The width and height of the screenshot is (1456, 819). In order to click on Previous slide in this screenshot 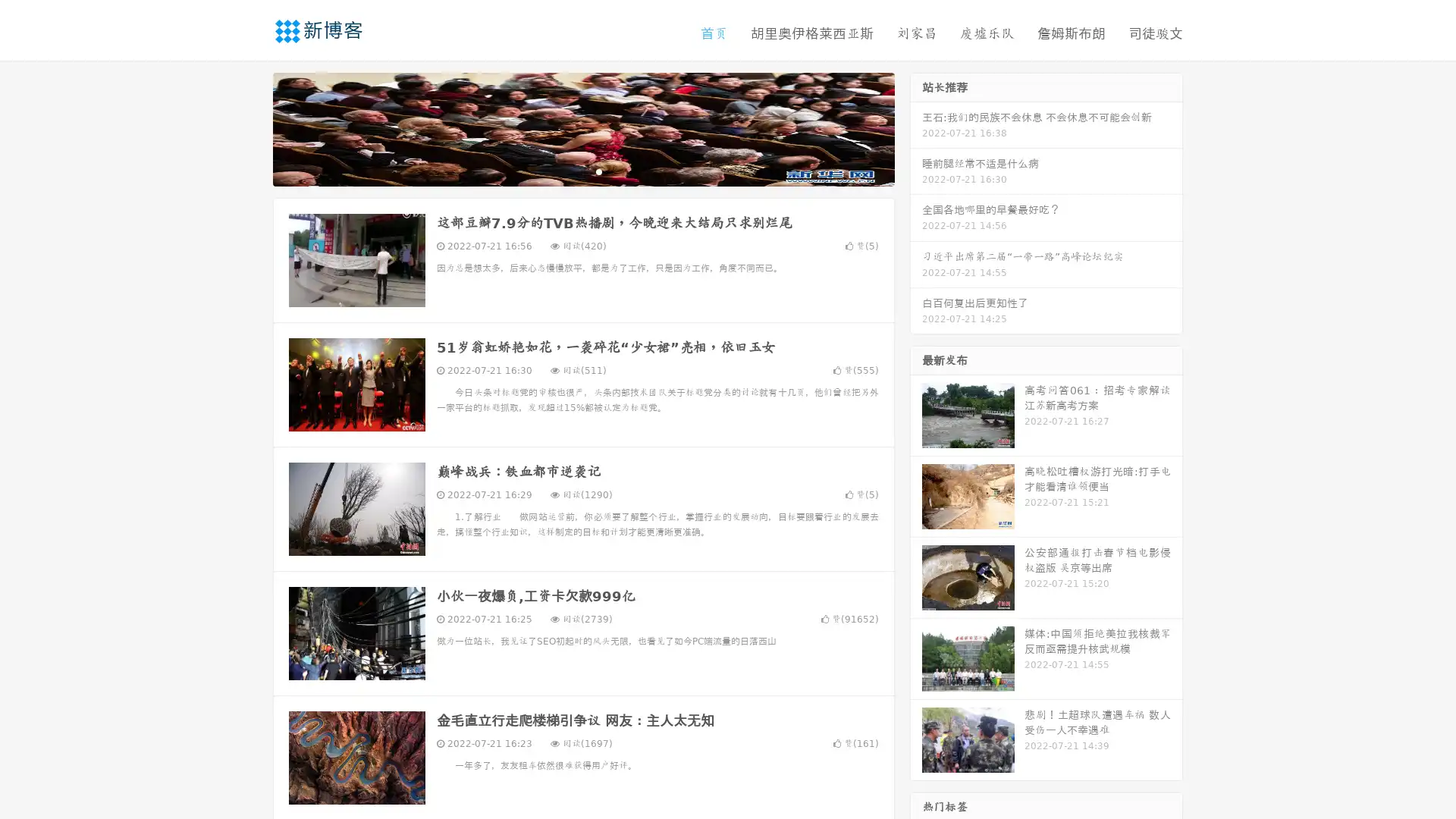, I will do `click(250, 127)`.